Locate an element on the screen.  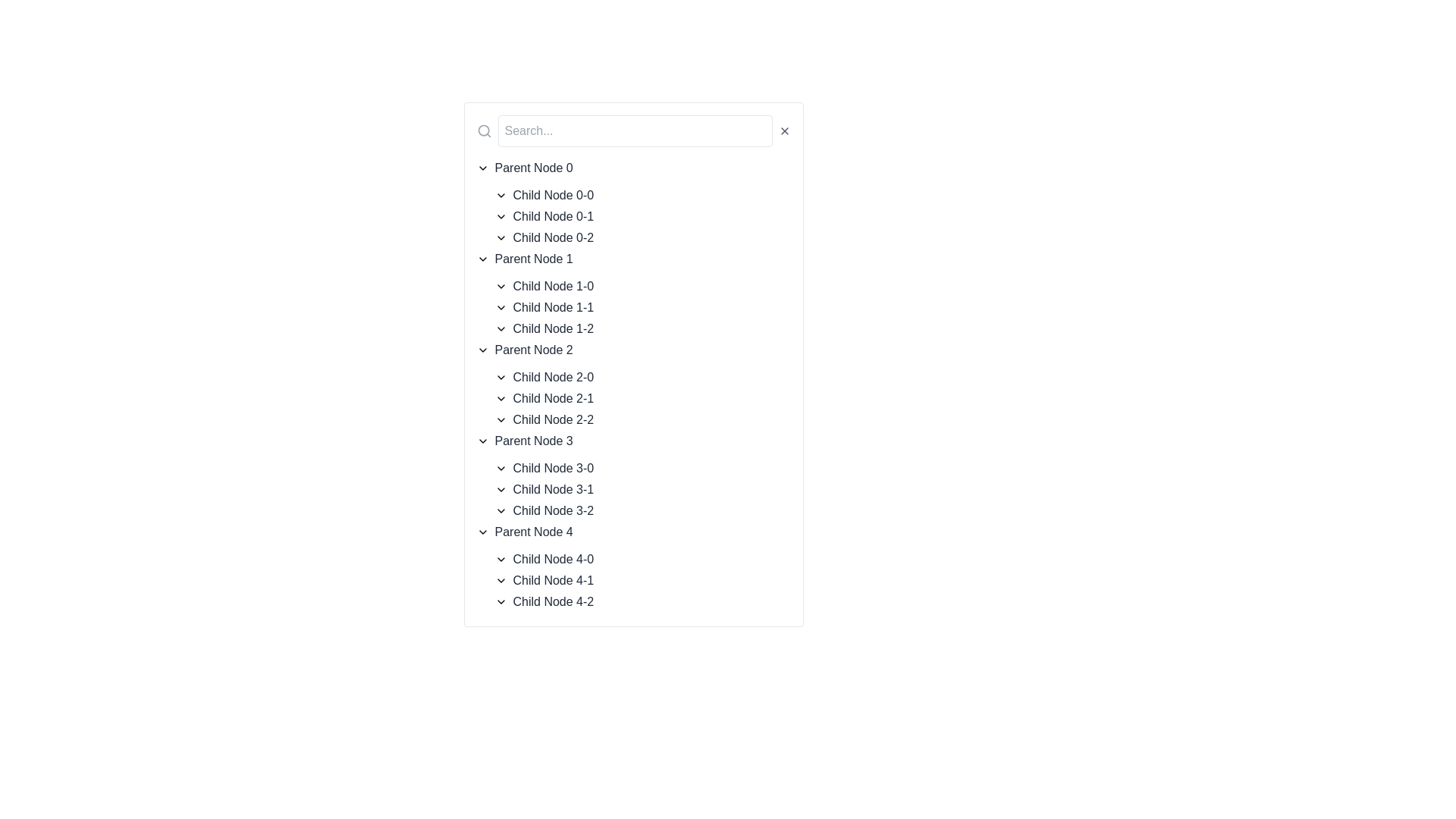
search icon element located at the start of the input field for accessibility features is located at coordinates (483, 130).